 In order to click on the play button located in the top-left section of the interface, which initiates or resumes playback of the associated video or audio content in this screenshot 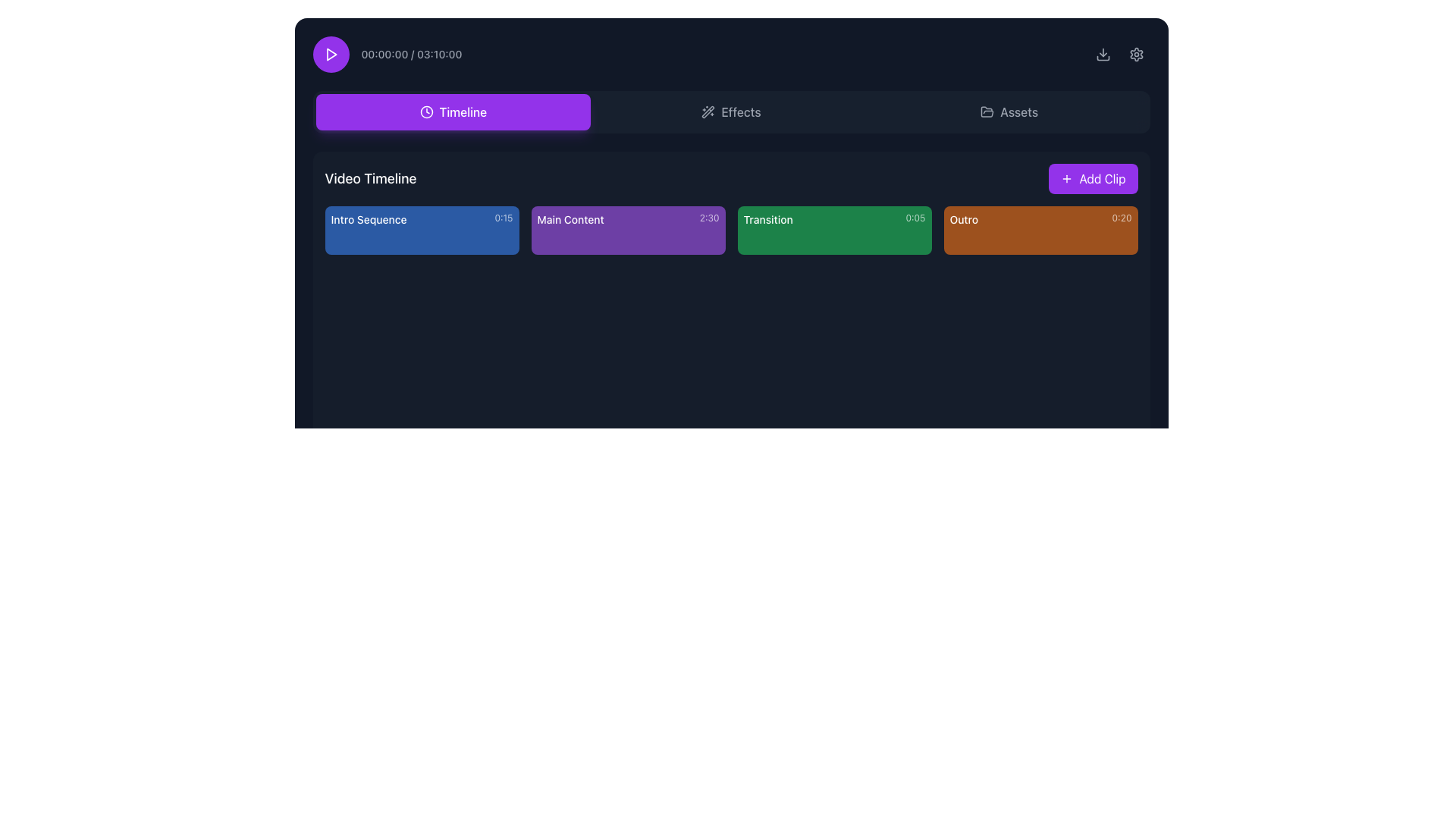, I will do `click(330, 54)`.